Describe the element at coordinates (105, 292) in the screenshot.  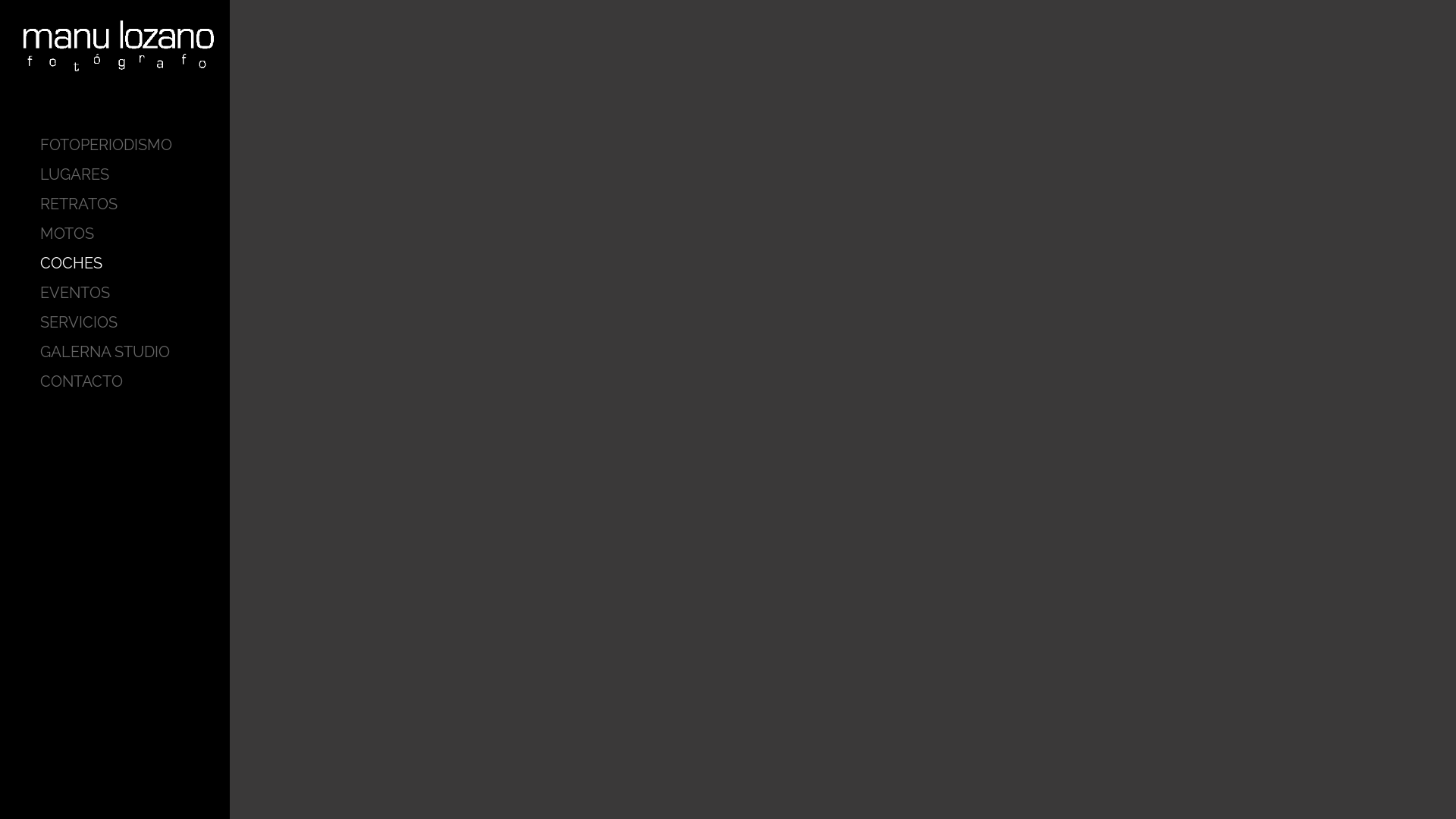
I see `'EVENTOS'` at that location.